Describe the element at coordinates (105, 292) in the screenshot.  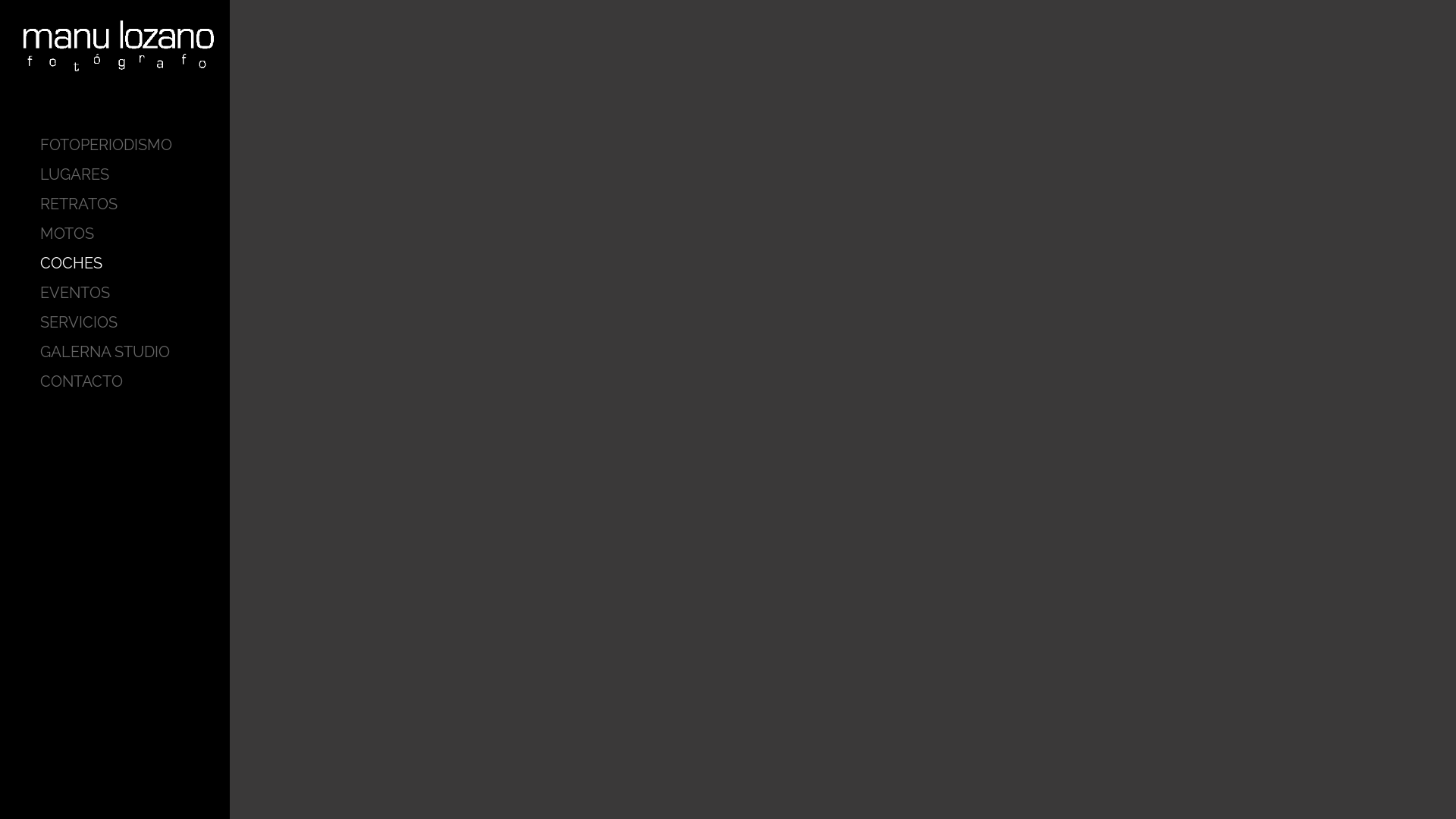
I see `'EVENTOS'` at that location.